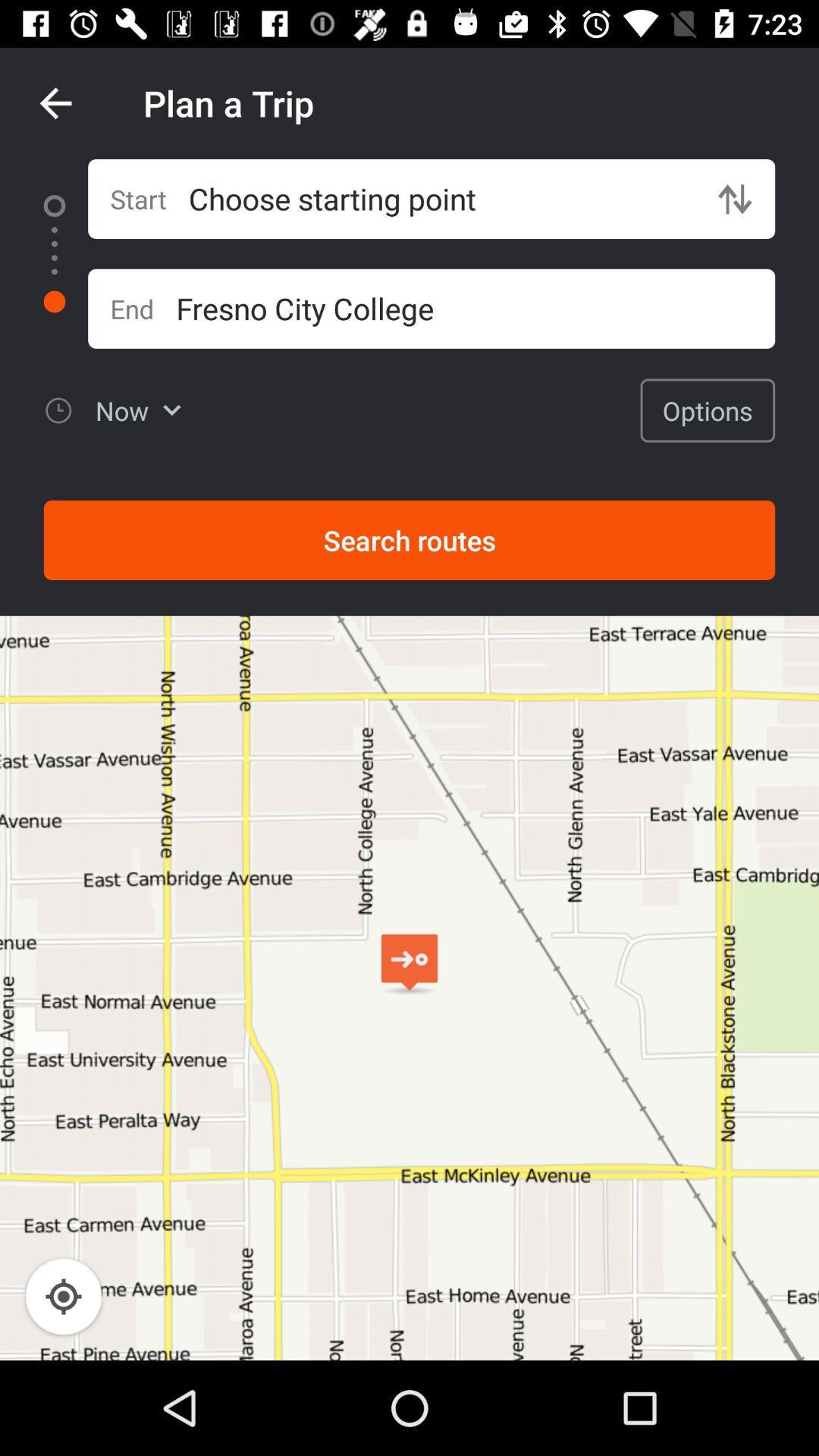  I want to click on location, so click(63, 1295).